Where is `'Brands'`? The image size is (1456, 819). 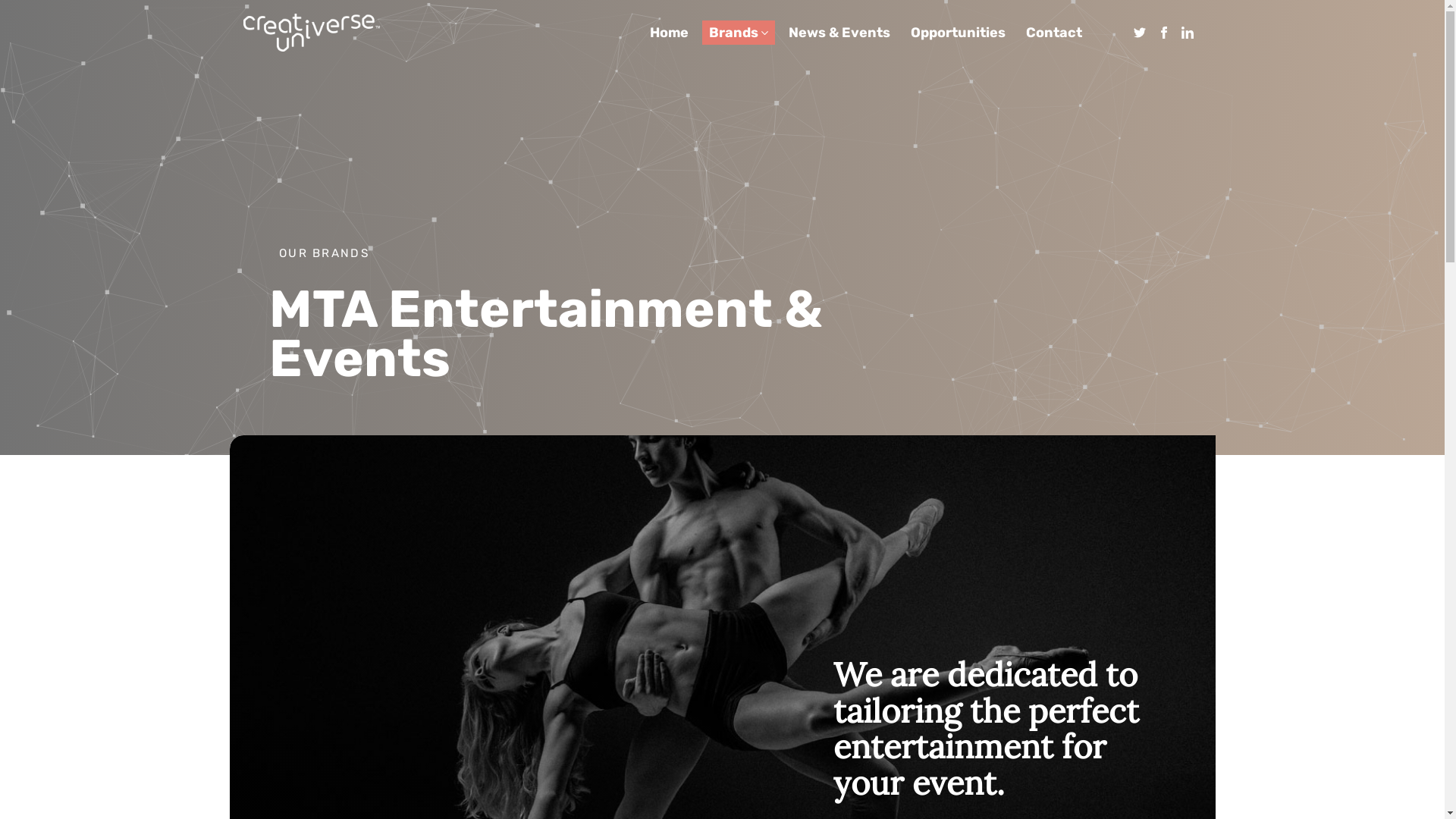
'Brands' is located at coordinates (733, 32).